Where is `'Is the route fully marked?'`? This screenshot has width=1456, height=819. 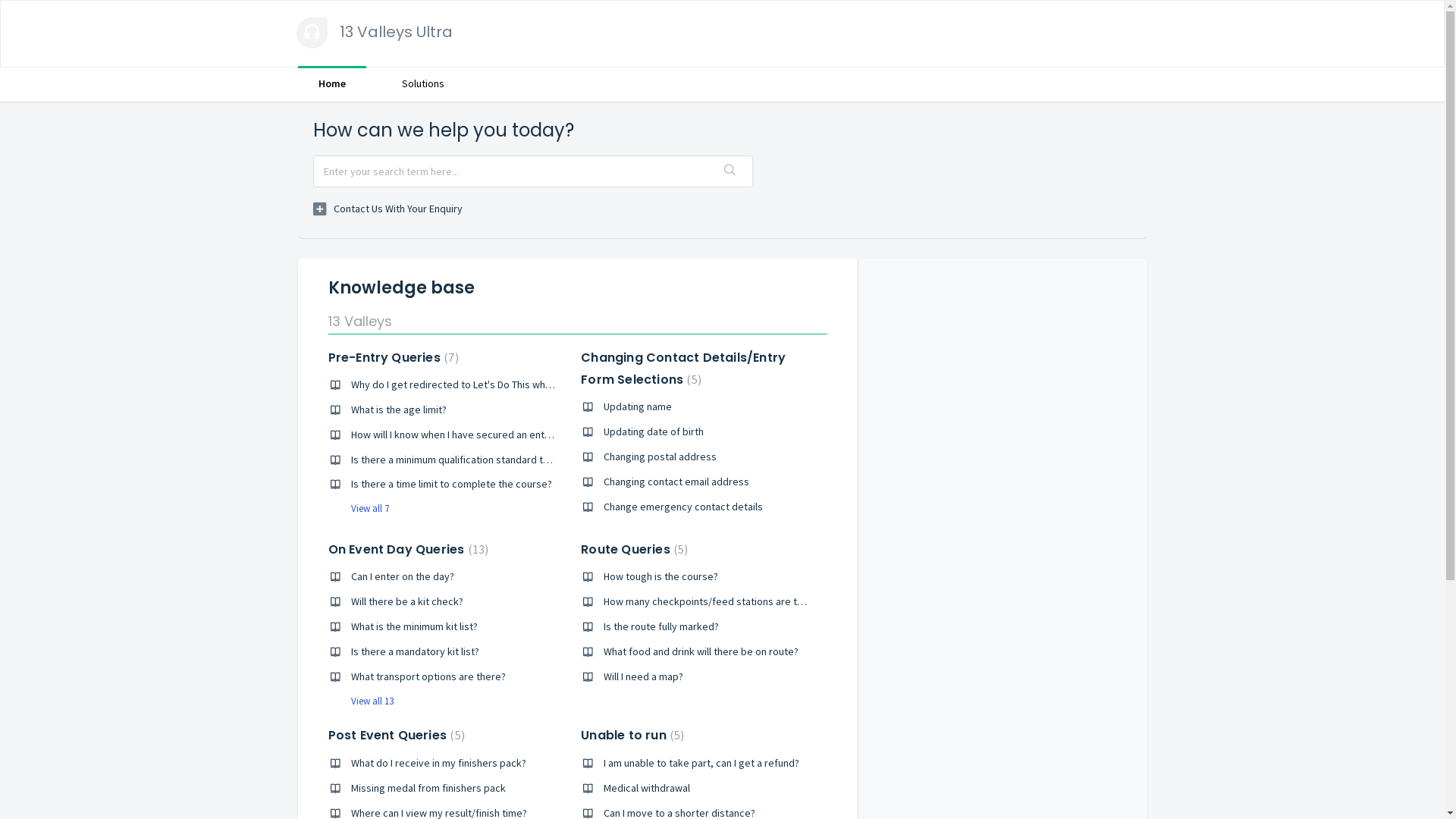
'Is the route fully marked?' is located at coordinates (661, 626).